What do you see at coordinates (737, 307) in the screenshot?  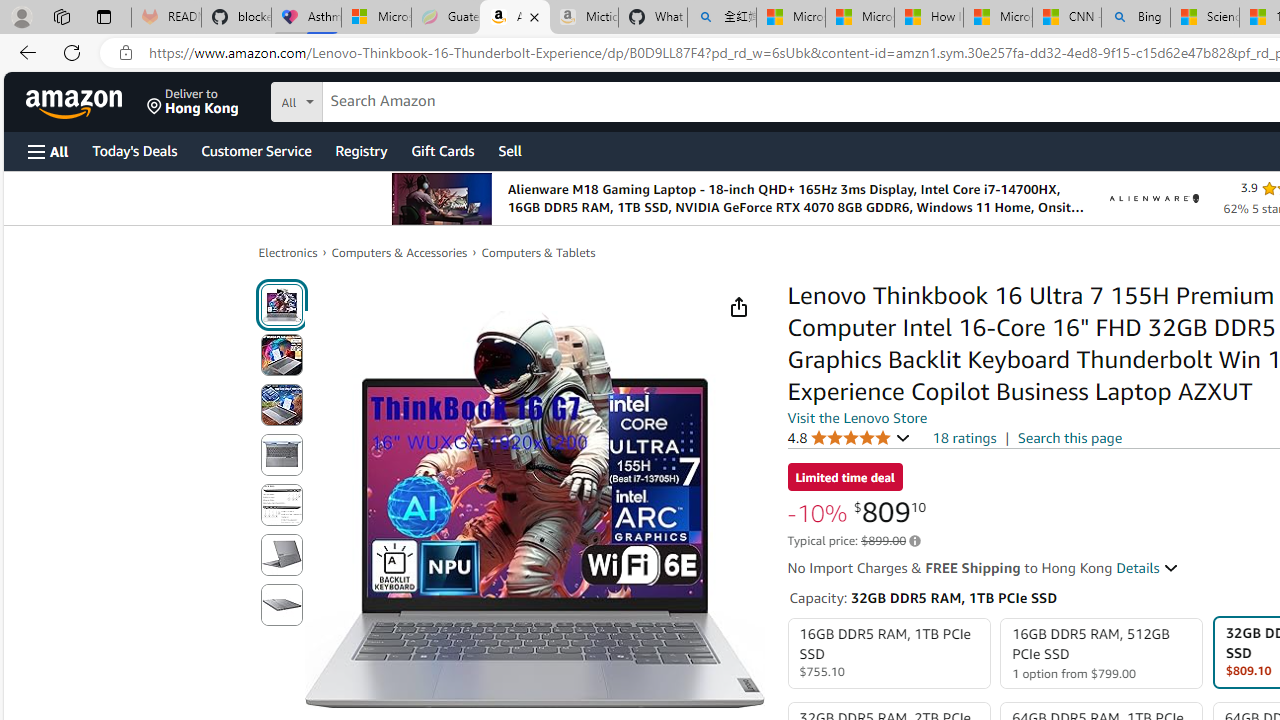 I see `'Share'` at bounding box center [737, 307].